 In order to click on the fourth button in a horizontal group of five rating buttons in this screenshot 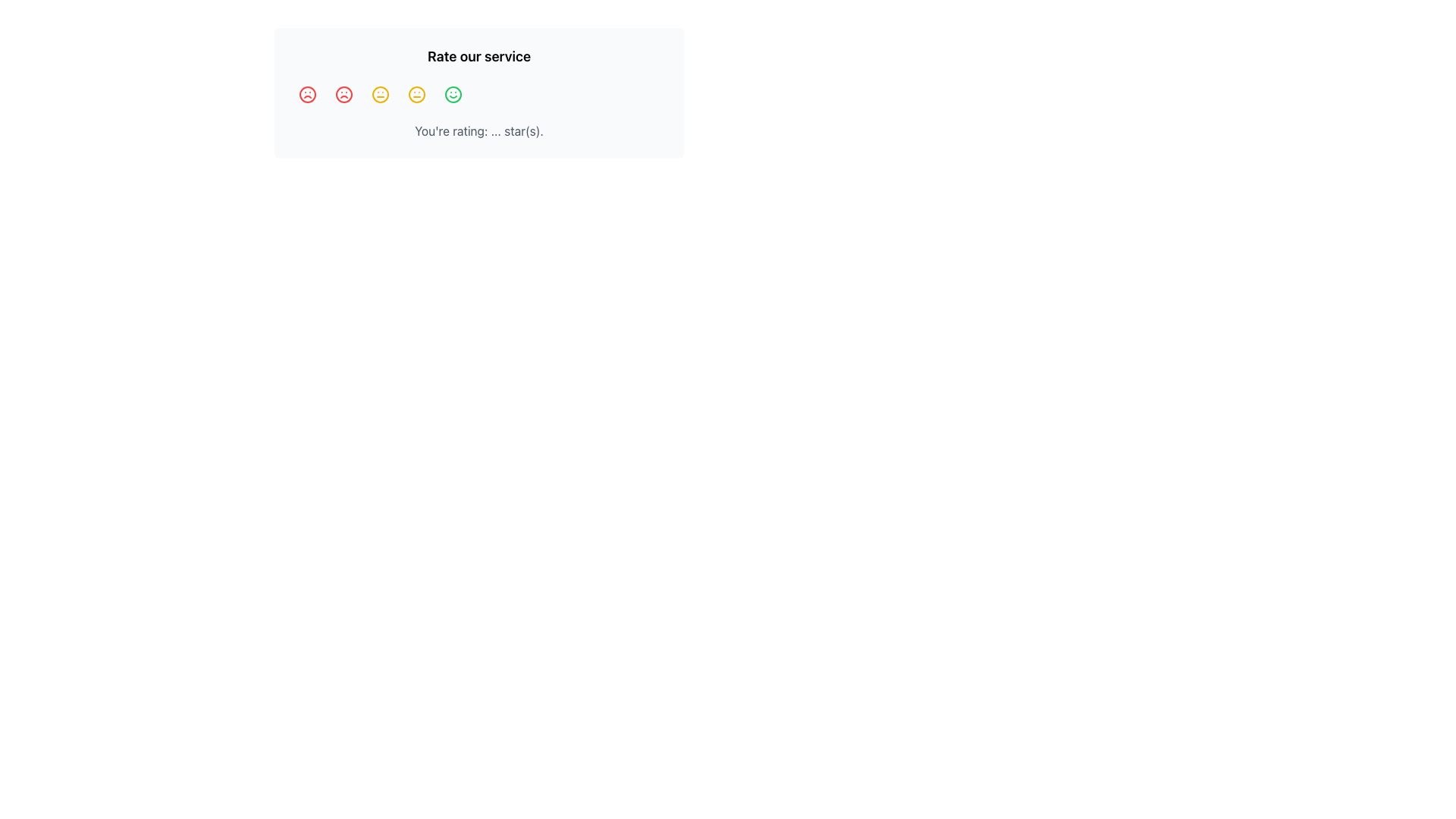, I will do `click(417, 94)`.